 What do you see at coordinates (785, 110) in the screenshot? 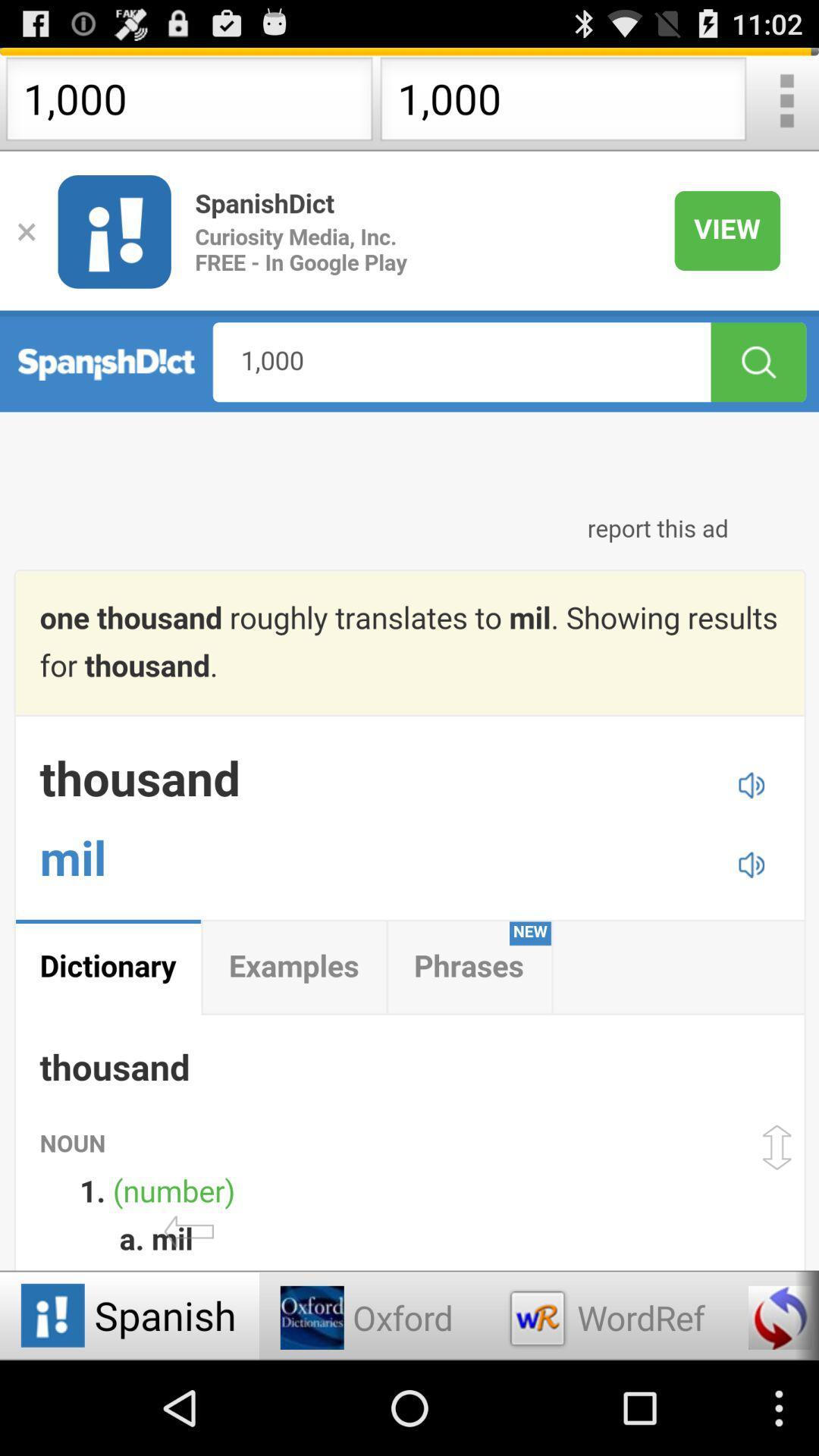
I see `the more icon` at bounding box center [785, 110].